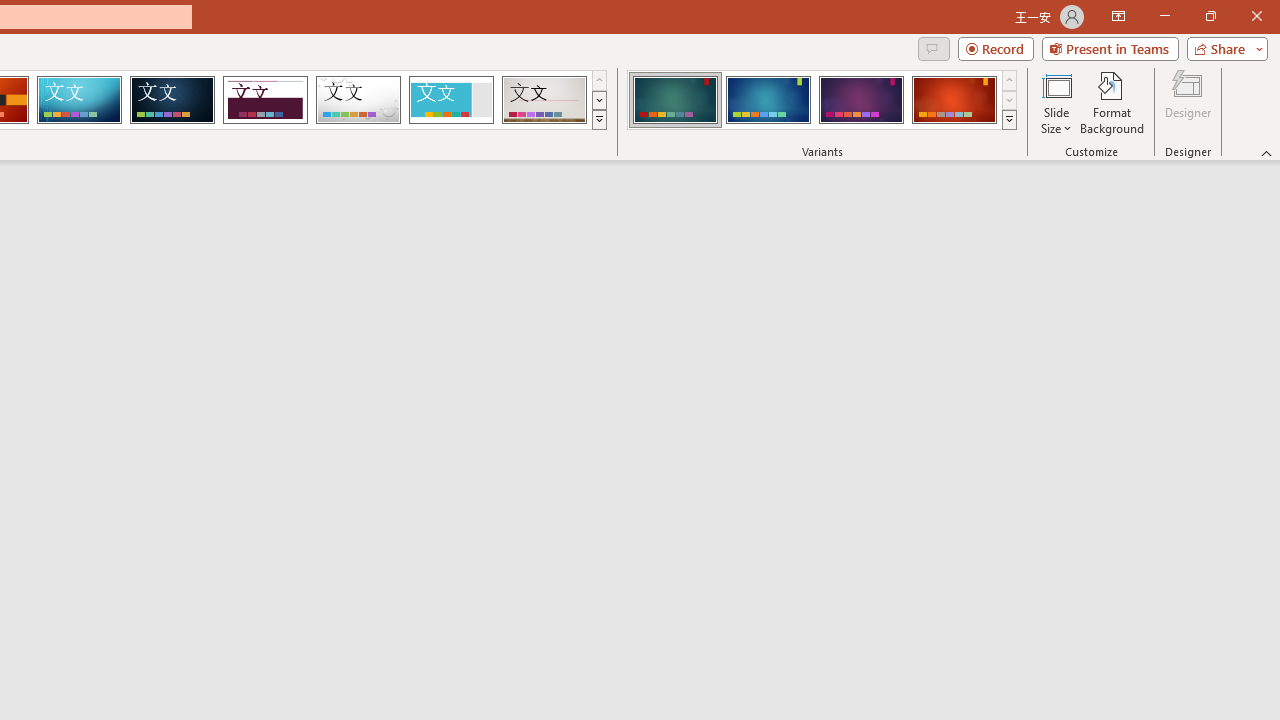 The width and height of the screenshot is (1280, 720). What do you see at coordinates (861, 100) in the screenshot?
I see `'Ion Variant 3'` at bounding box center [861, 100].